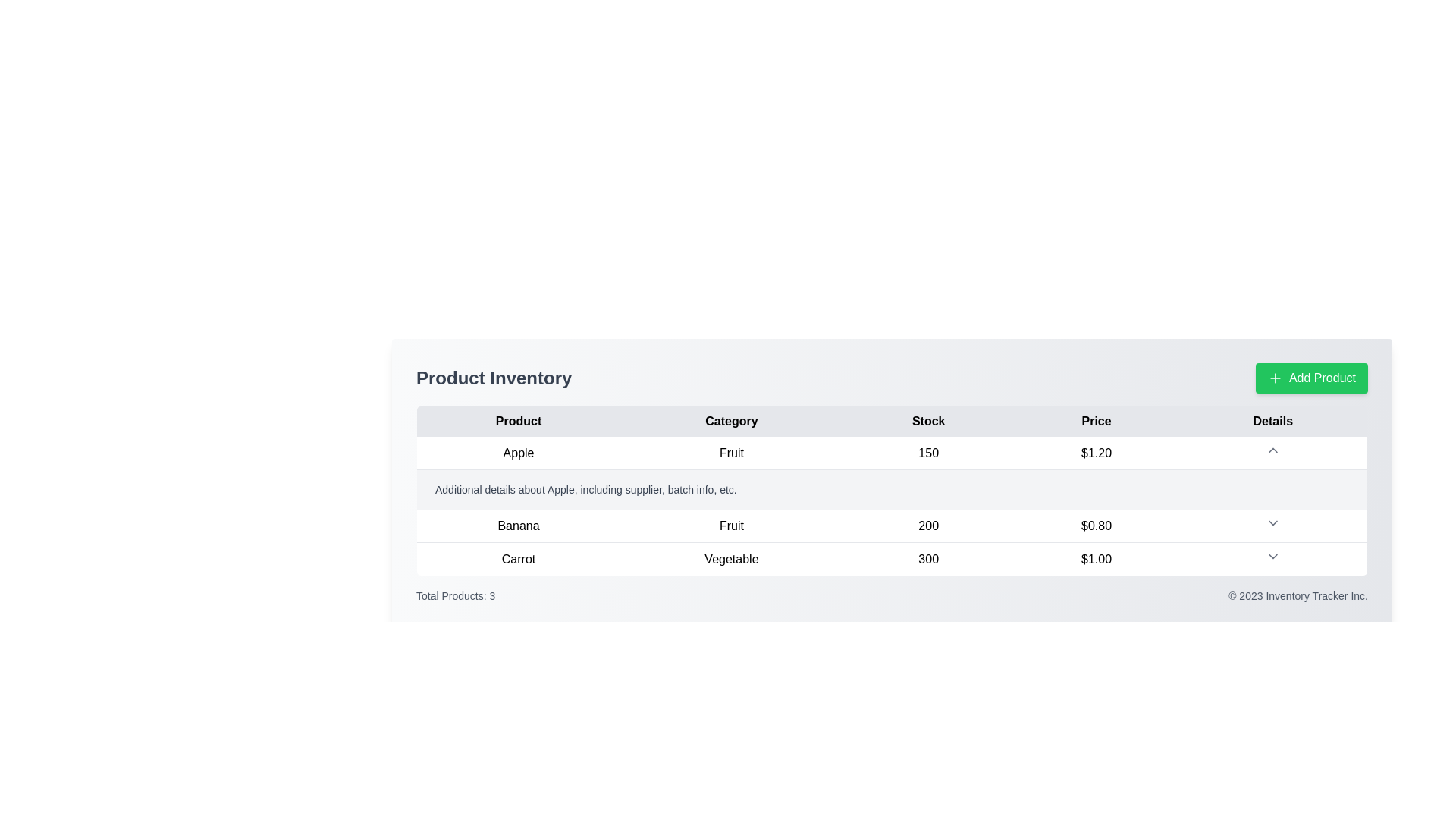 The height and width of the screenshot is (819, 1456). Describe the element at coordinates (1273, 559) in the screenshot. I see `the dropdown toggle or caret icon in the last column of the 'Carrot' row in the data table` at that location.